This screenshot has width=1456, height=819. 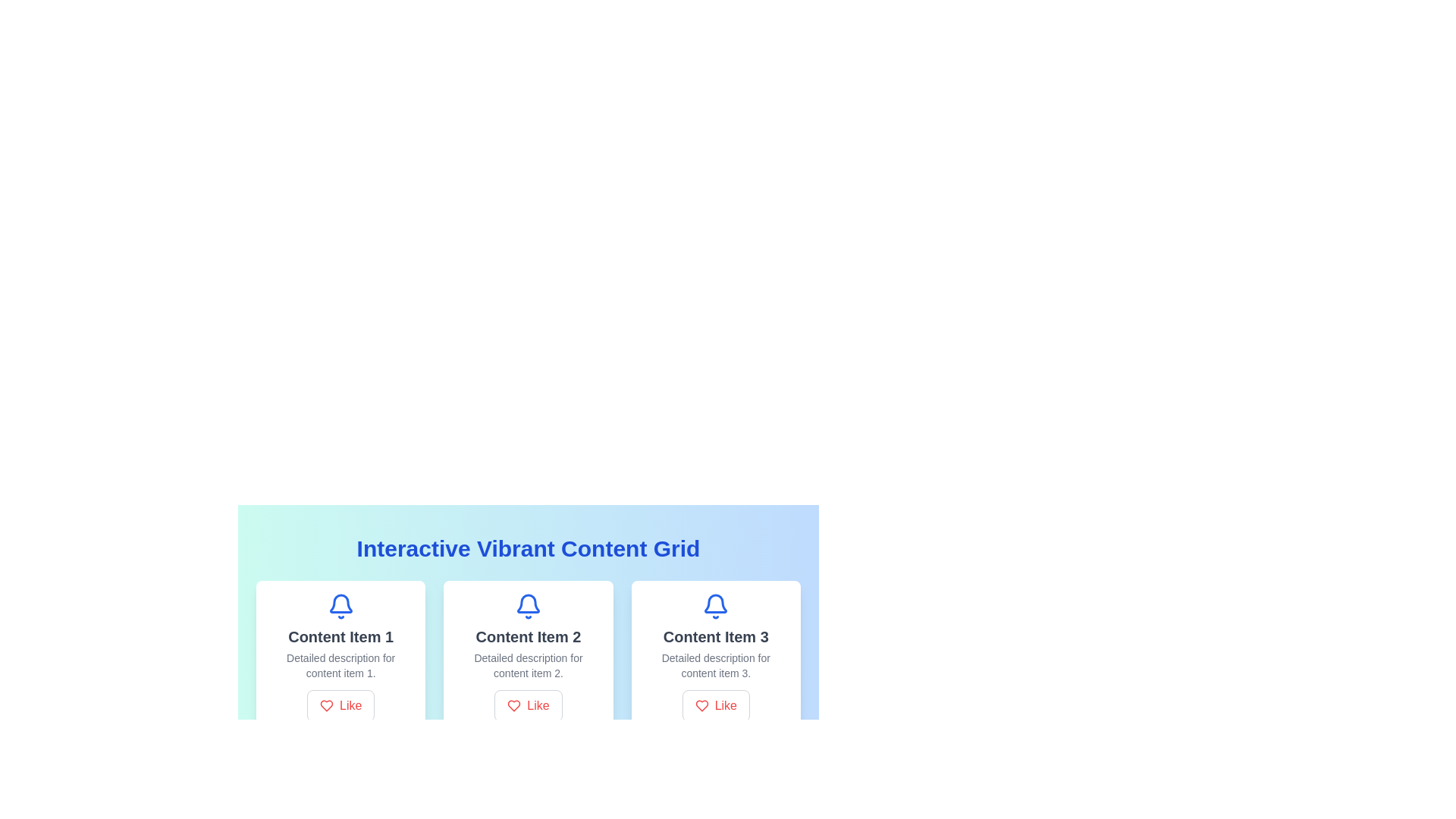 I want to click on the 'Like' button located at the bottom of the middle card ('Content Item 2') to express positive feedback, so click(x=528, y=705).